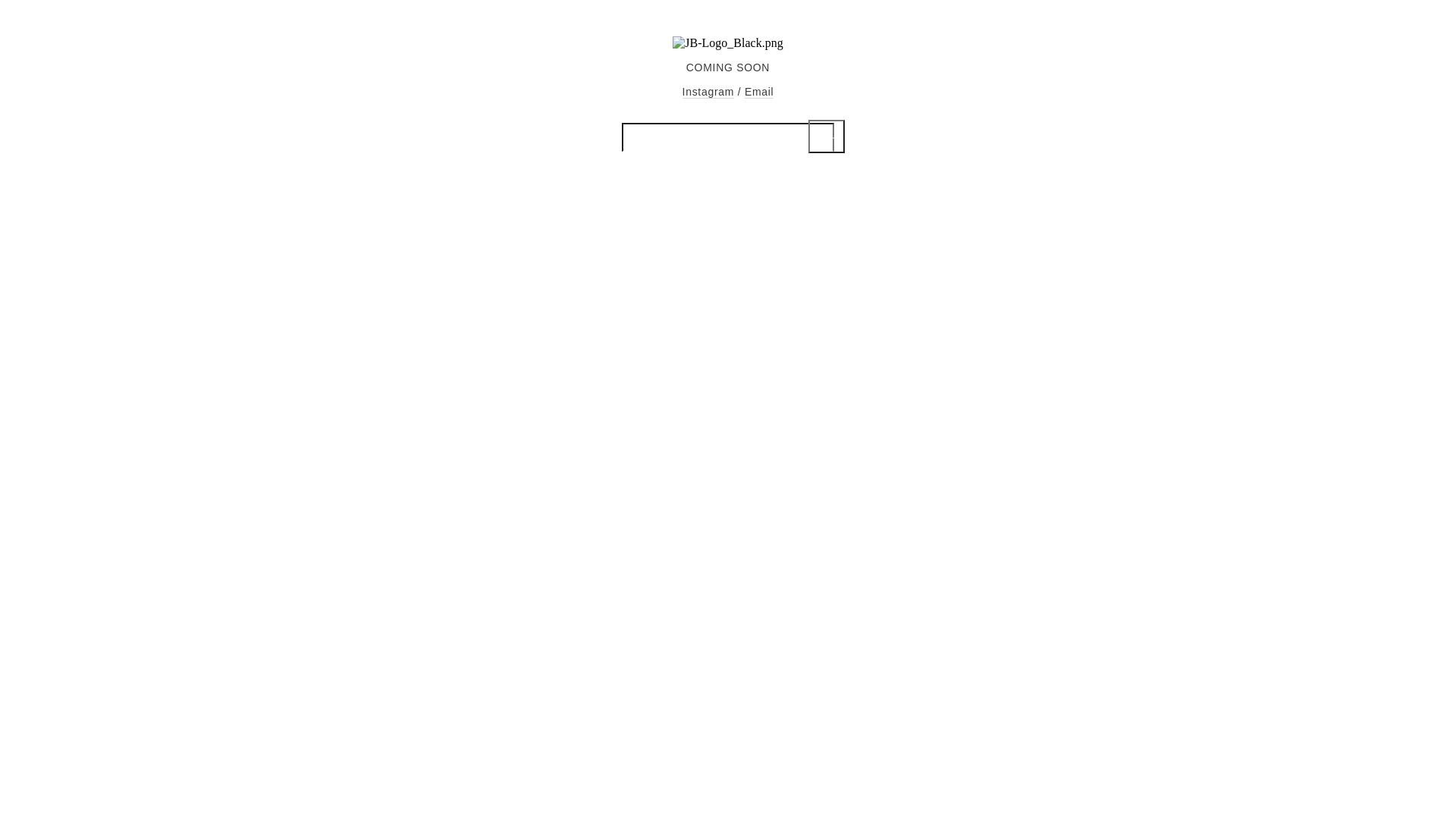 Image resolution: width=1456 pixels, height=819 pixels. Describe the element at coordinates (708, 92) in the screenshot. I see `'Instagram'` at that location.